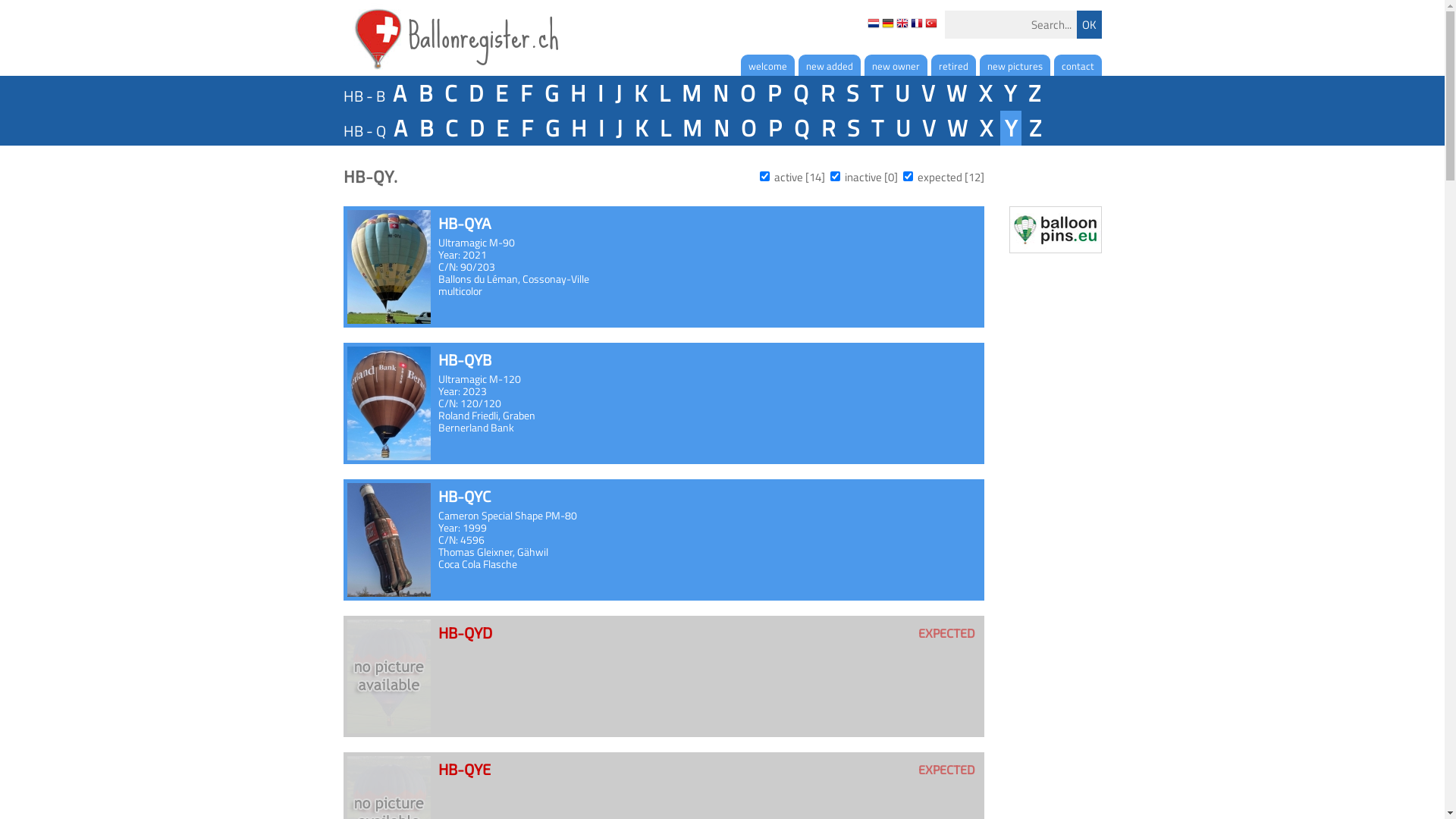  What do you see at coordinates (599, 127) in the screenshot?
I see `'I'` at bounding box center [599, 127].